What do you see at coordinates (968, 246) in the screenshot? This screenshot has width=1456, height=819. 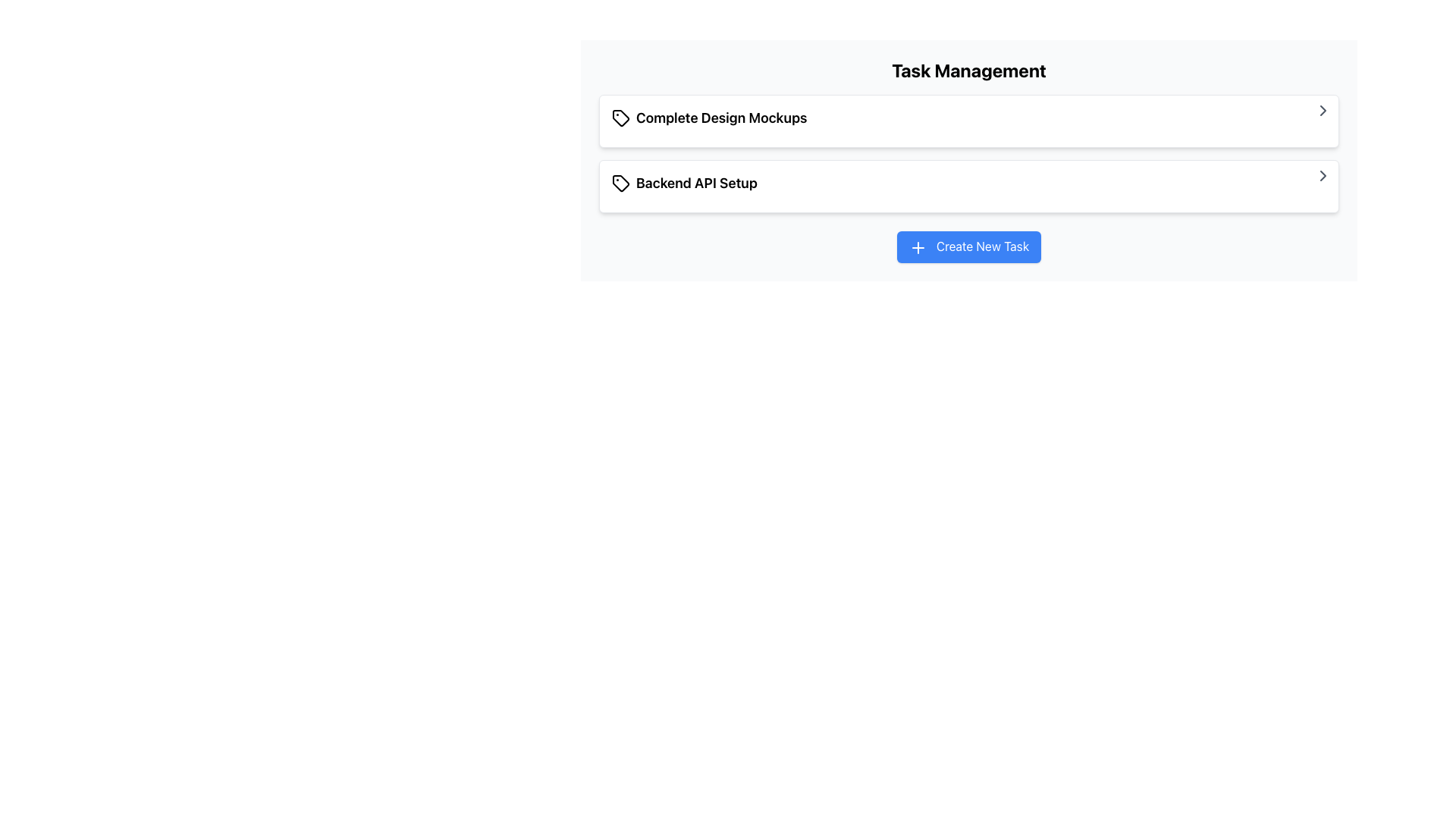 I see `the 'Create New Task' button, which is a rectangular button with a blue background and white bold text, located at the bottom center of the 'Task Management' section` at bounding box center [968, 246].